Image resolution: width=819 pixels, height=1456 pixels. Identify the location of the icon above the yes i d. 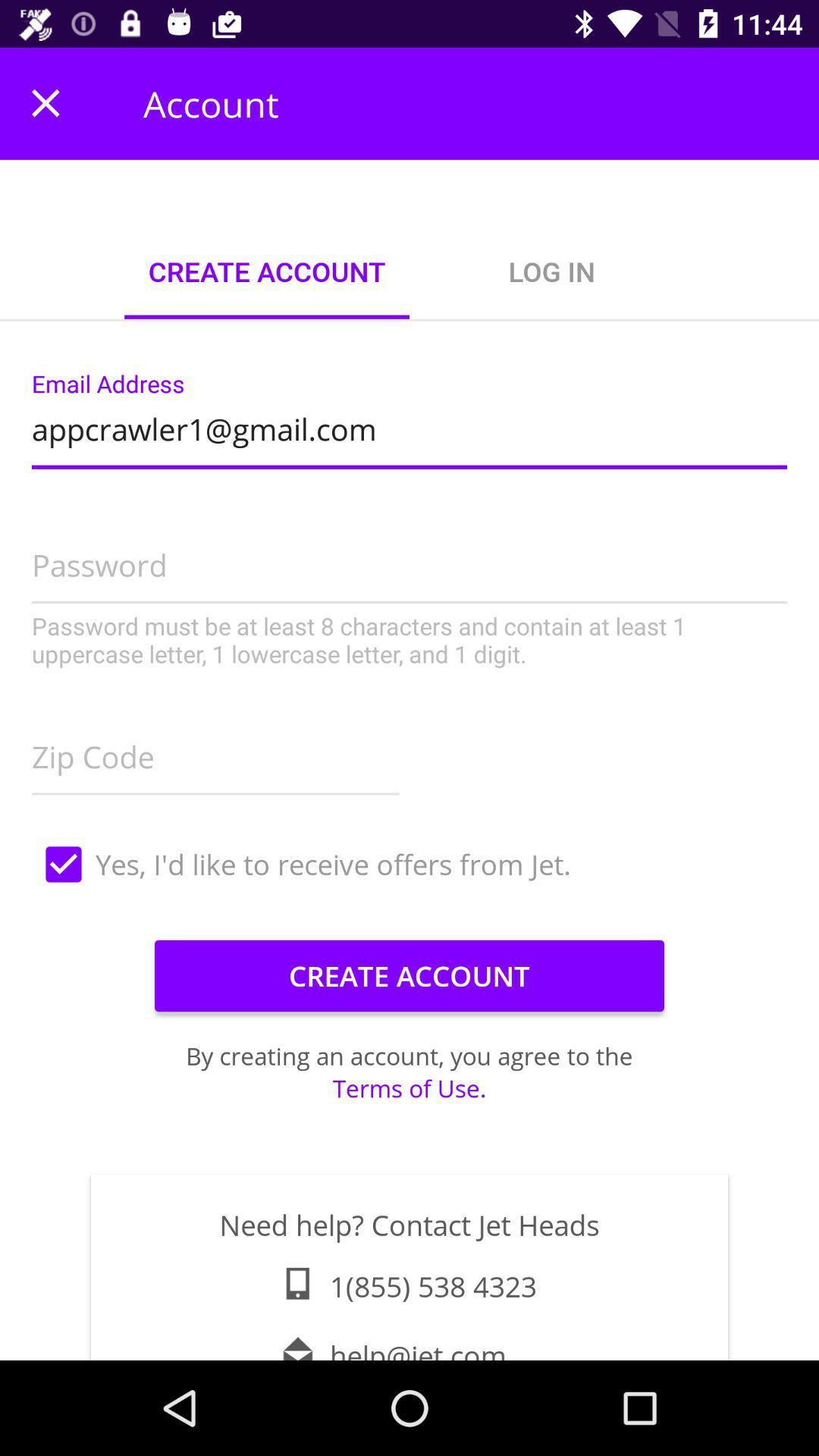
(215, 752).